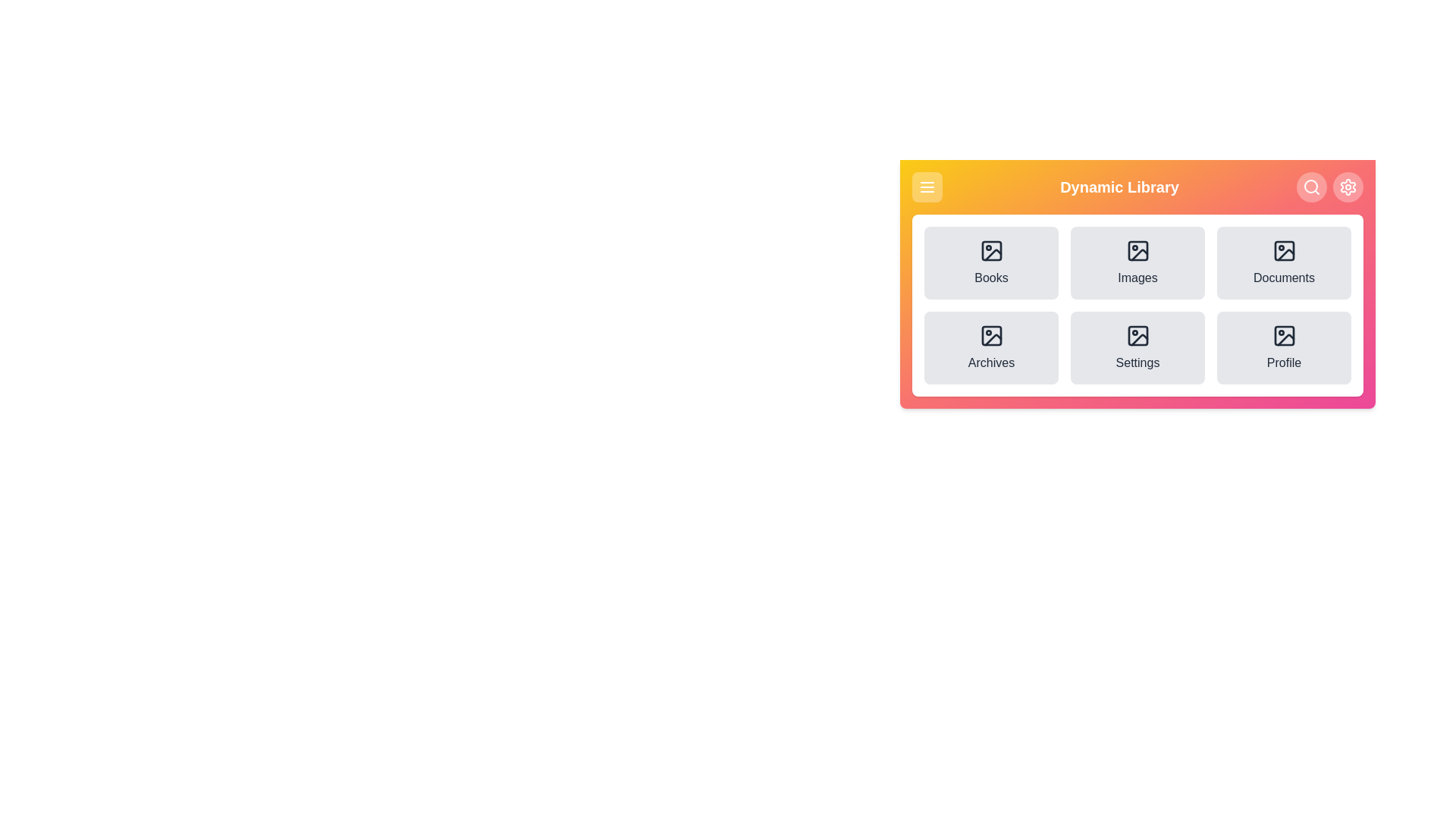  I want to click on the menu option labeled 'Books', so click(991, 262).